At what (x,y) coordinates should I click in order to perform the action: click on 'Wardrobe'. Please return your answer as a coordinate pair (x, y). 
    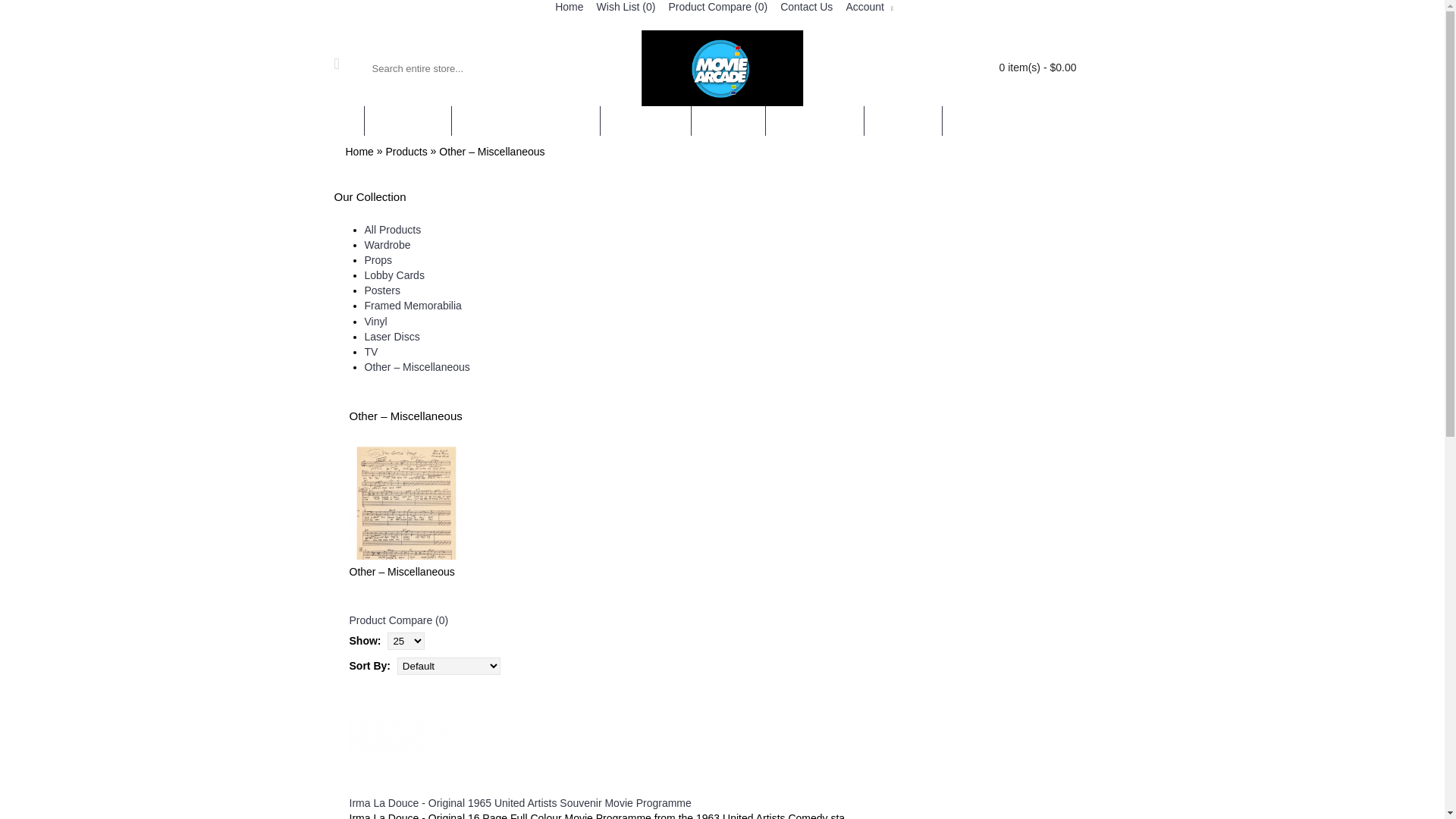
    Looking at the image, I should click on (364, 244).